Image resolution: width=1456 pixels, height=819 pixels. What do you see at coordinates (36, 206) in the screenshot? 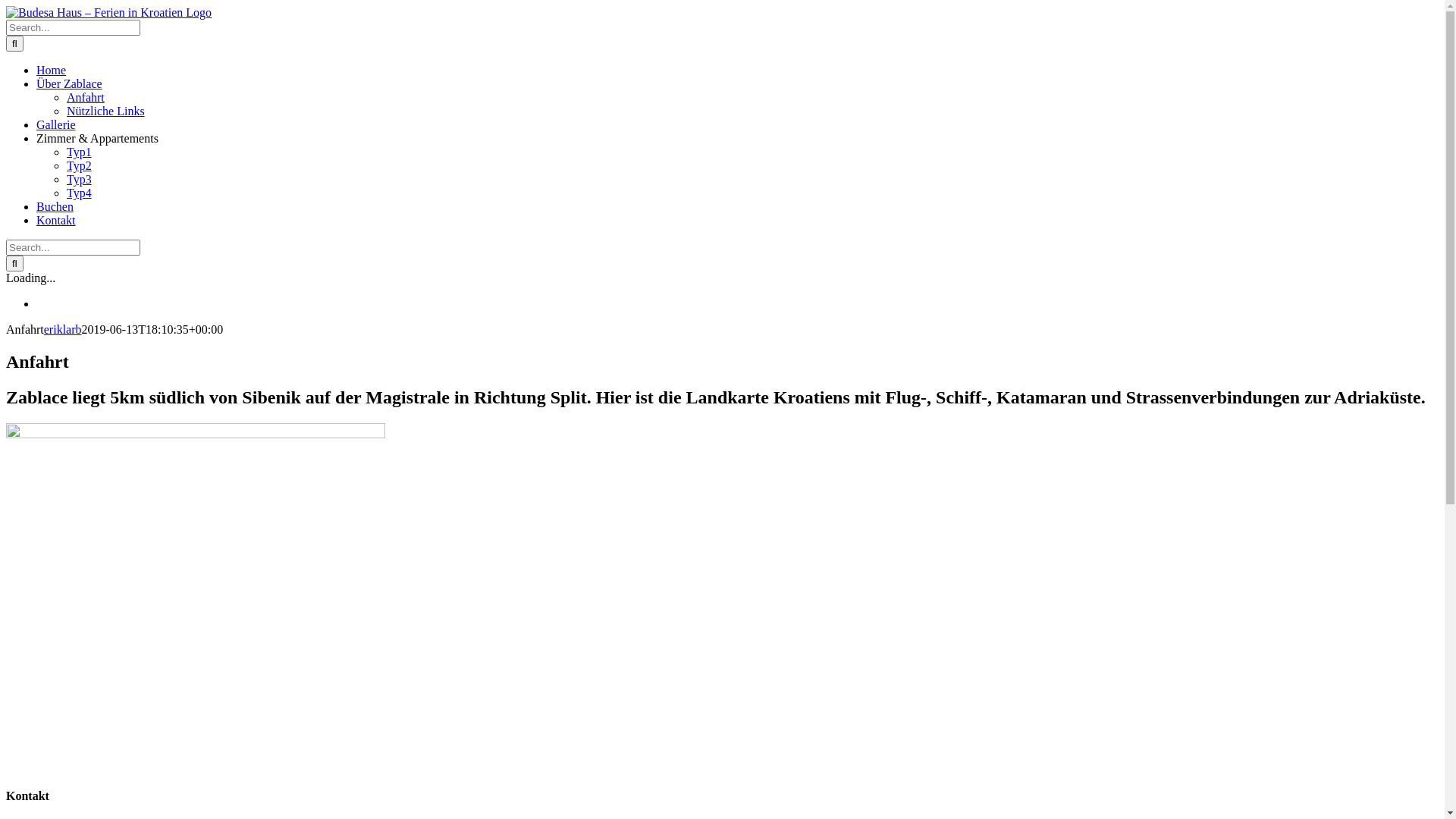
I see `'Buchen'` at bounding box center [36, 206].